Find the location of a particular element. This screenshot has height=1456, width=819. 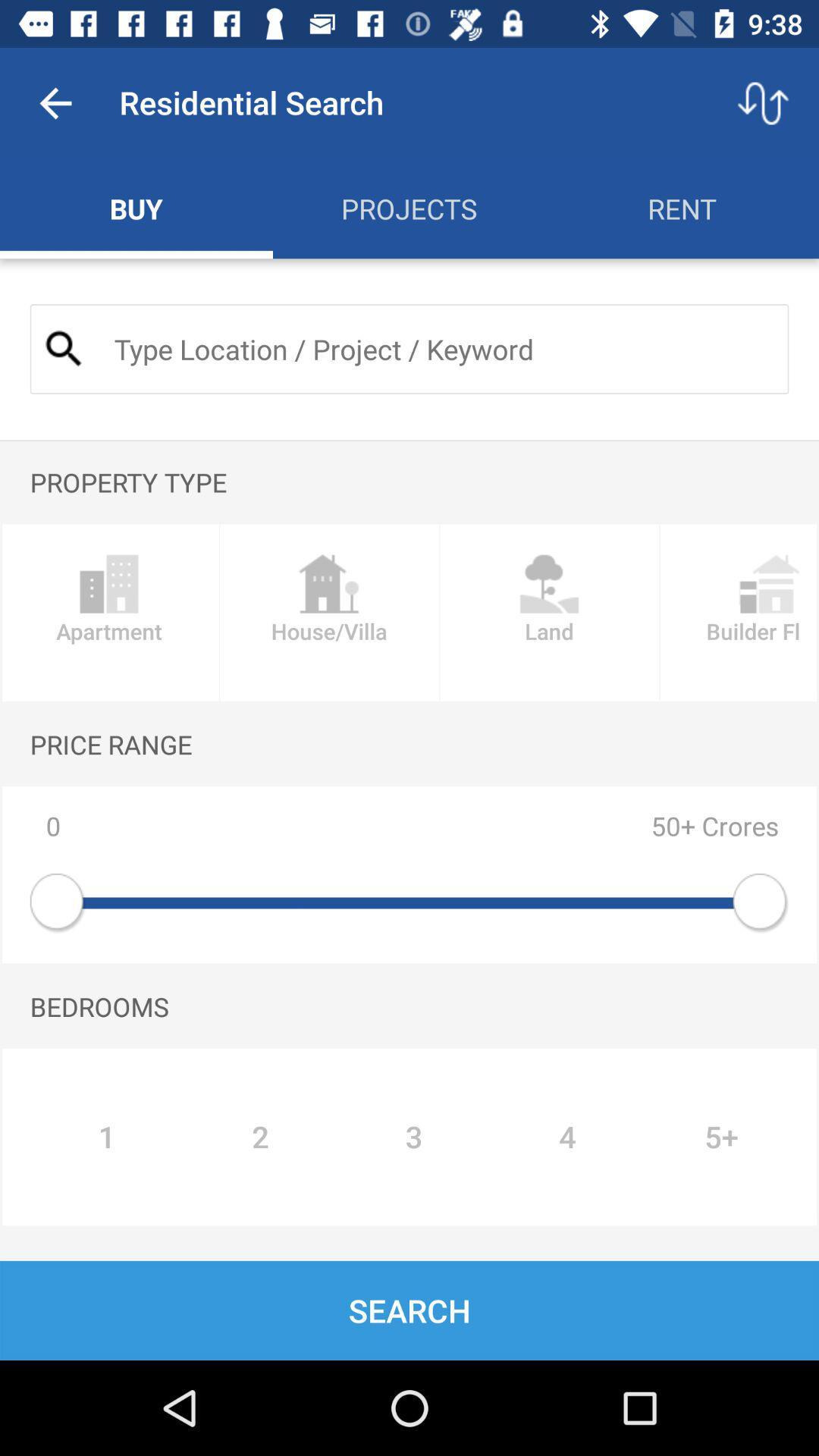

item below the property type icon is located at coordinates (328, 613).